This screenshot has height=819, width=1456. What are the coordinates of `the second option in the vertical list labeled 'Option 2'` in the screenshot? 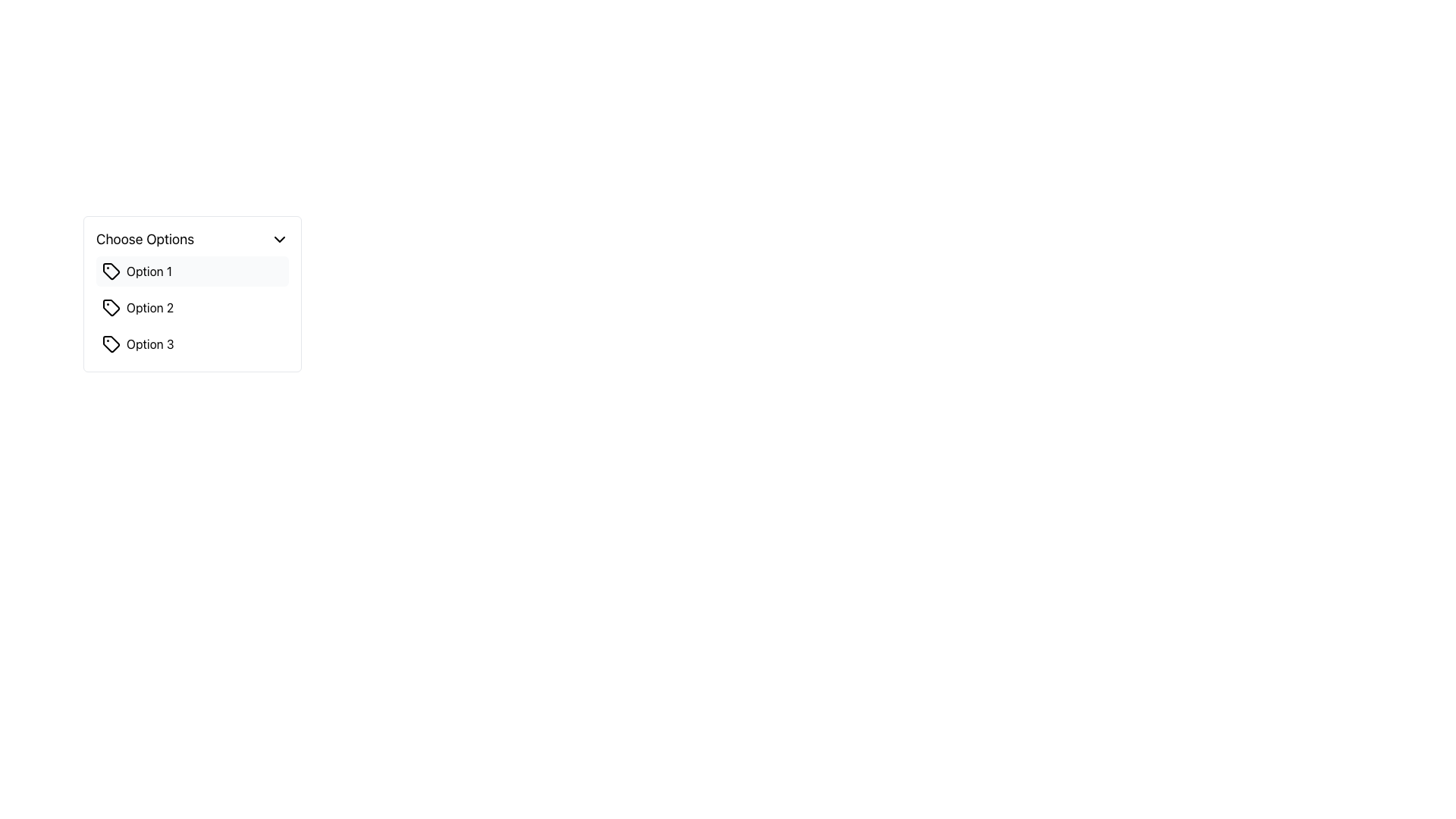 It's located at (192, 307).